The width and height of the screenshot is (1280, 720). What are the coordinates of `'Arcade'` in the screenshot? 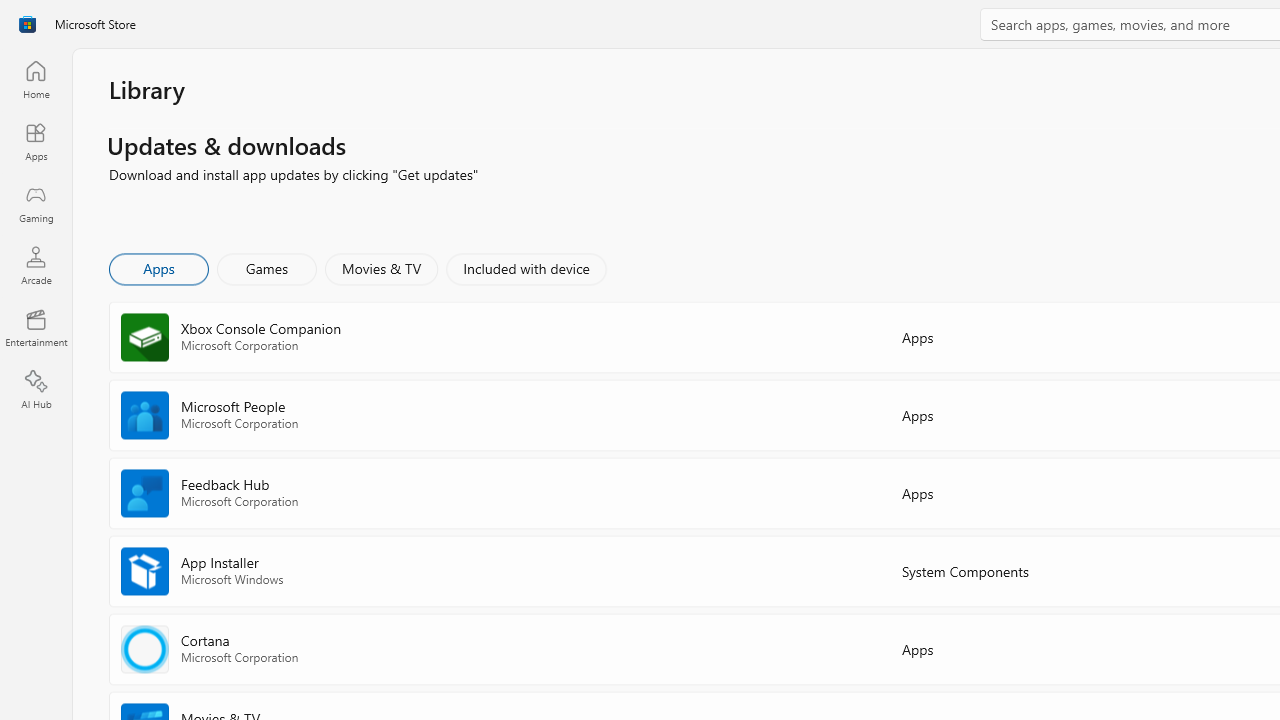 It's located at (35, 264).